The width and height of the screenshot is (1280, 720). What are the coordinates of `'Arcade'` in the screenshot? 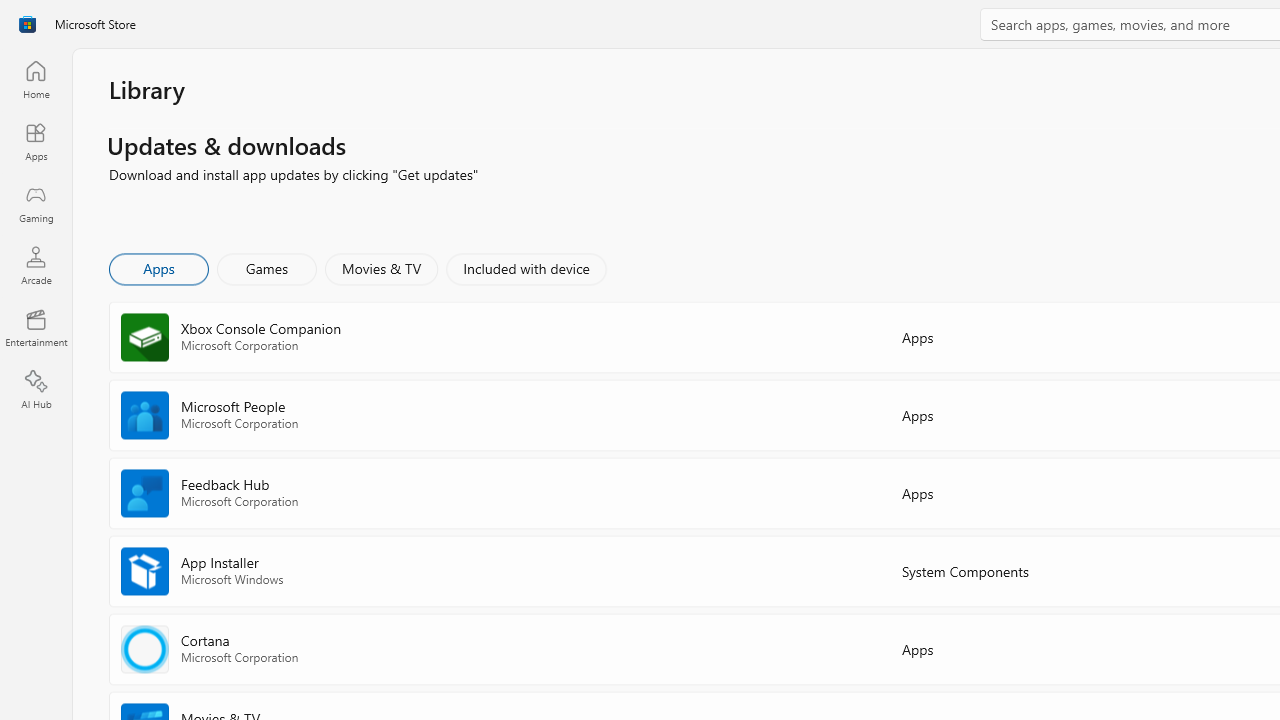 It's located at (35, 264).